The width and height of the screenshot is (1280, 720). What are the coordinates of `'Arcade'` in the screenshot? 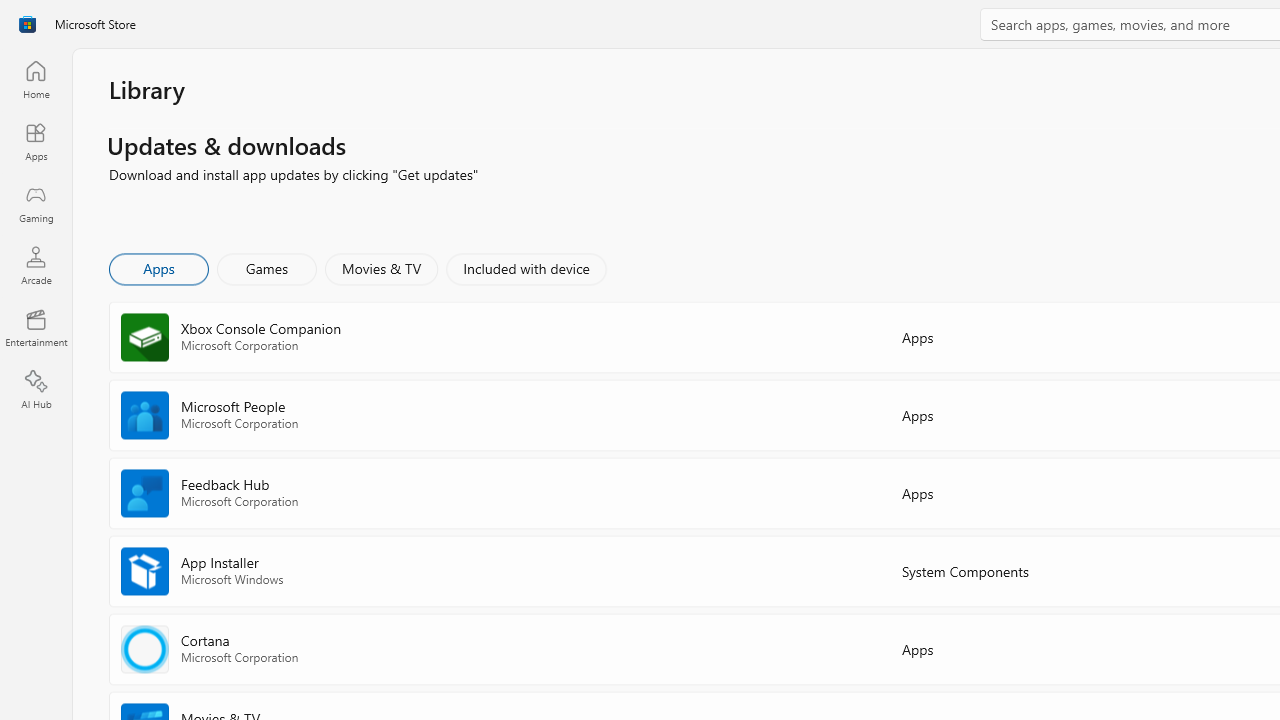 It's located at (35, 264).